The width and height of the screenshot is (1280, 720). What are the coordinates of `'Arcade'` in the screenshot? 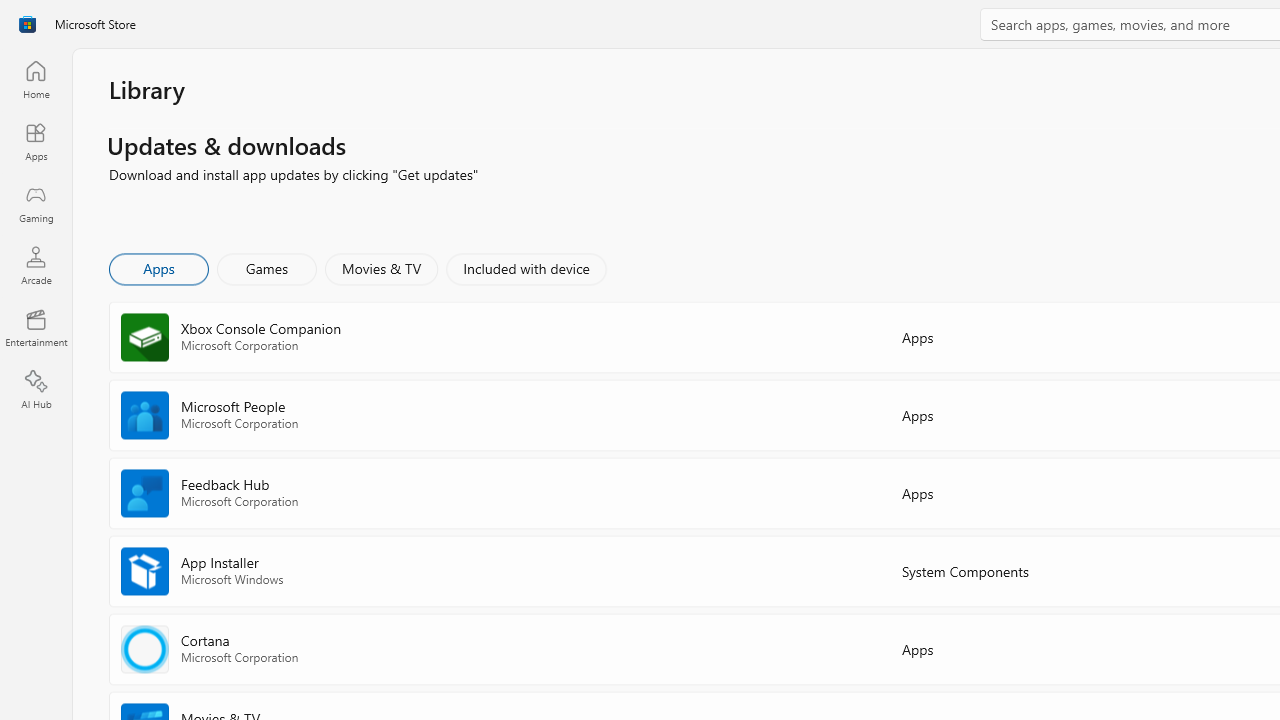 It's located at (35, 264).